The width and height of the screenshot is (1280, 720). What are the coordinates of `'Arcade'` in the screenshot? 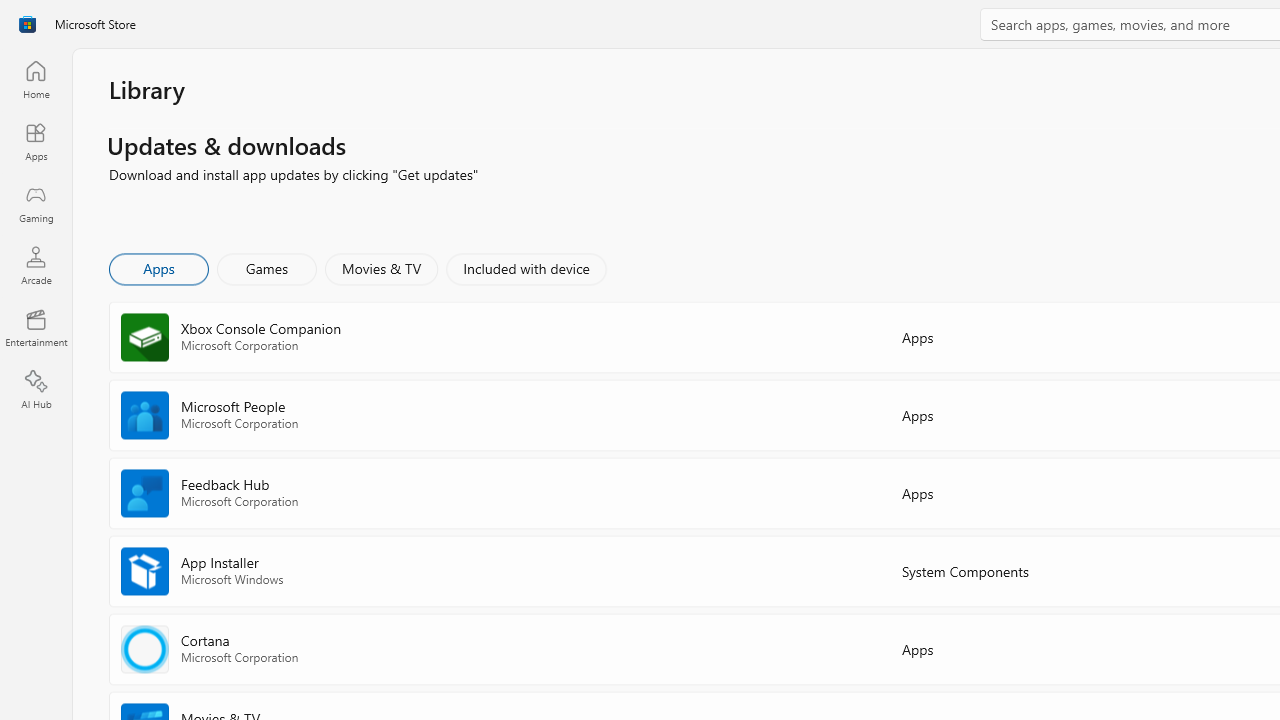 It's located at (35, 264).